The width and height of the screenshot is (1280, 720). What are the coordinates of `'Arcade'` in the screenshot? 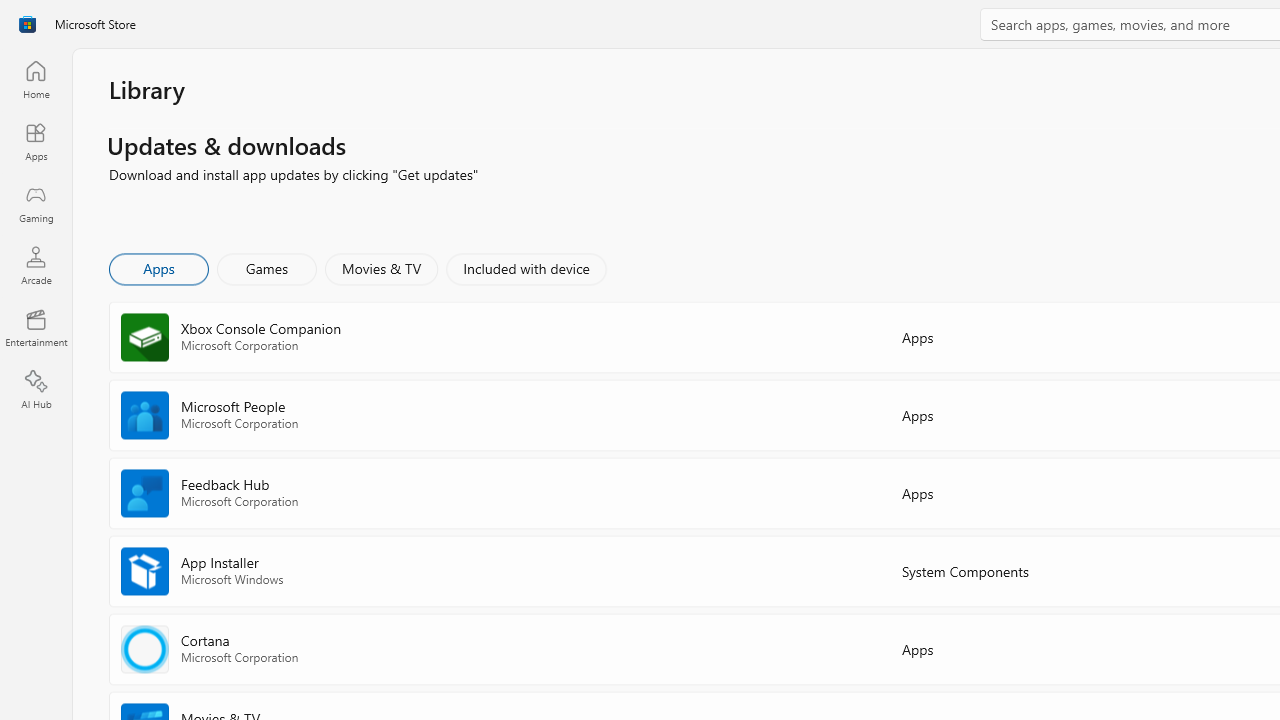 It's located at (35, 264).